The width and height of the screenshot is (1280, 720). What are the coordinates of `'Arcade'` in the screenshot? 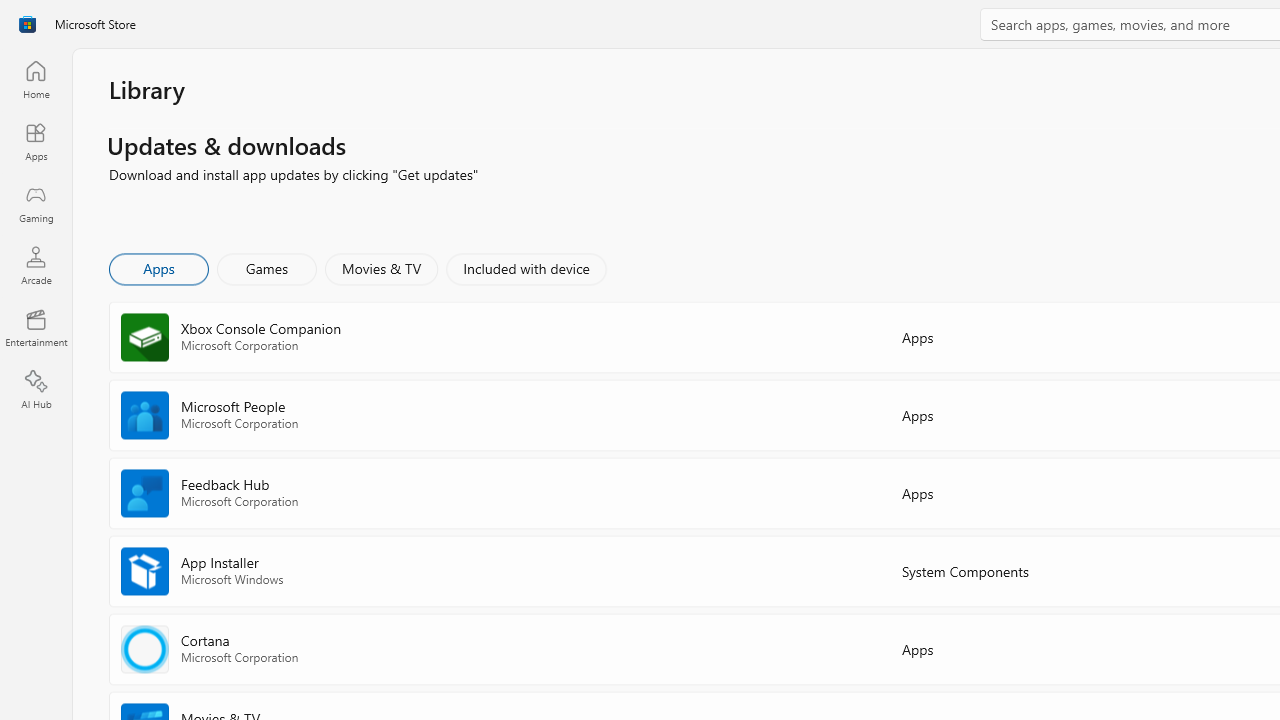 It's located at (35, 264).